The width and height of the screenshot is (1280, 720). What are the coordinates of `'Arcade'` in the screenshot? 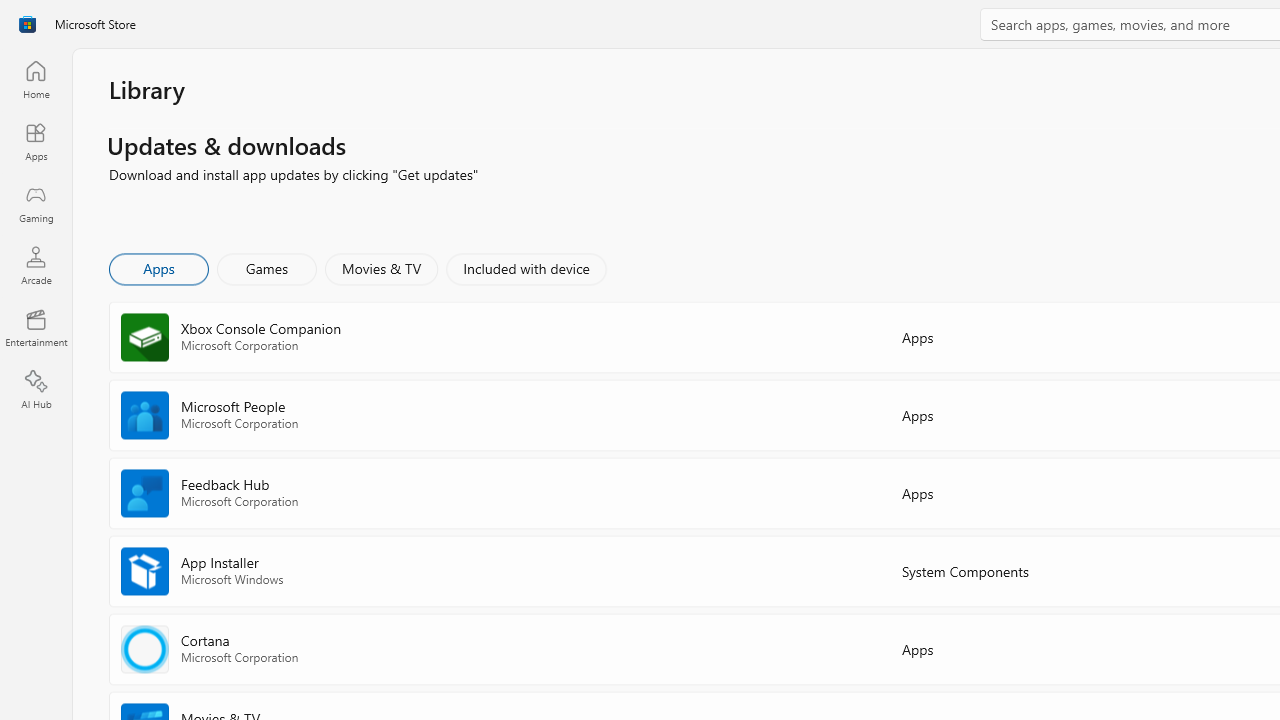 It's located at (35, 264).